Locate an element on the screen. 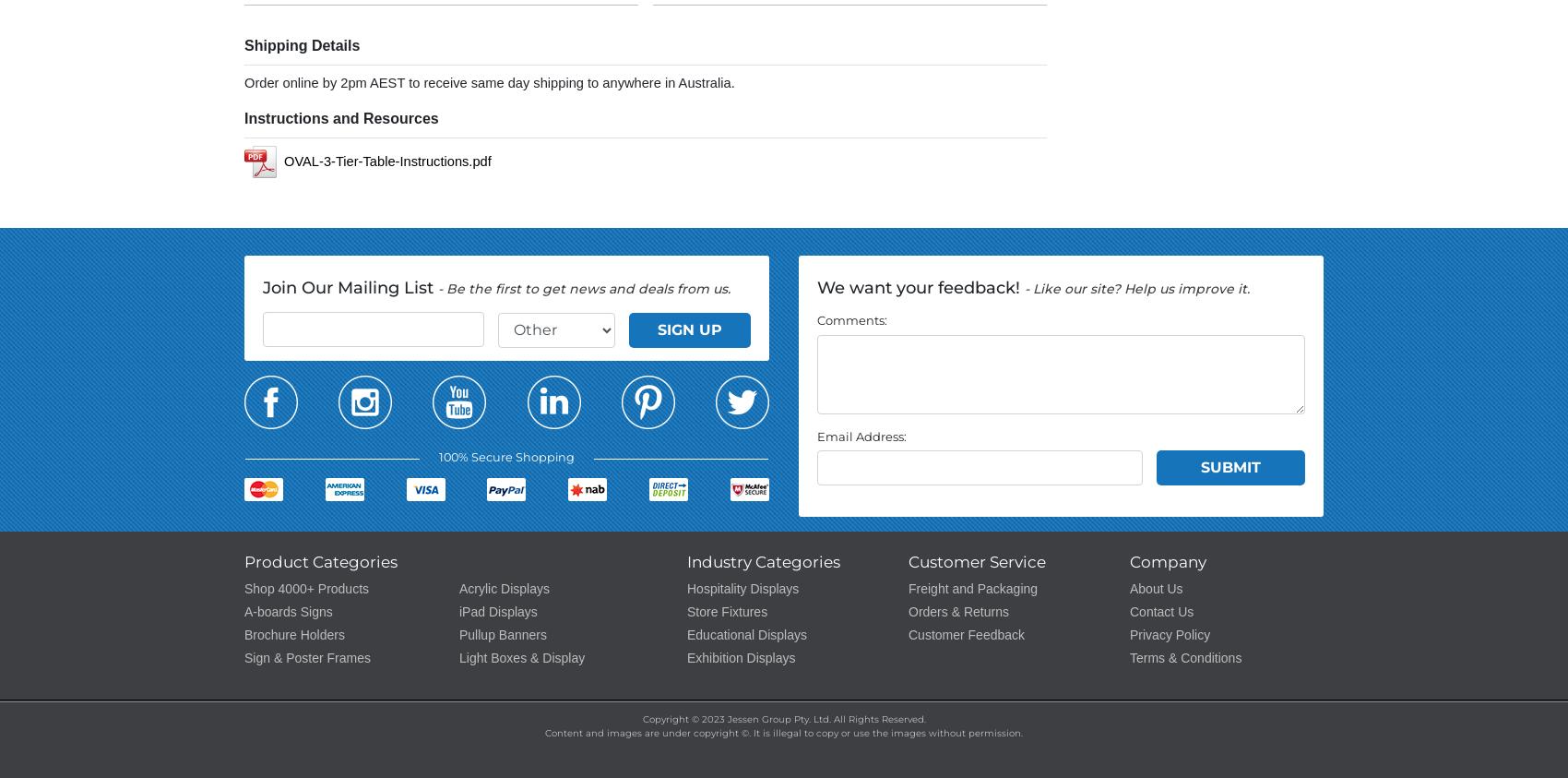 Image resolution: width=1568 pixels, height=778 pixels. 'iPad Displays' is located at coordinates (458, 611).